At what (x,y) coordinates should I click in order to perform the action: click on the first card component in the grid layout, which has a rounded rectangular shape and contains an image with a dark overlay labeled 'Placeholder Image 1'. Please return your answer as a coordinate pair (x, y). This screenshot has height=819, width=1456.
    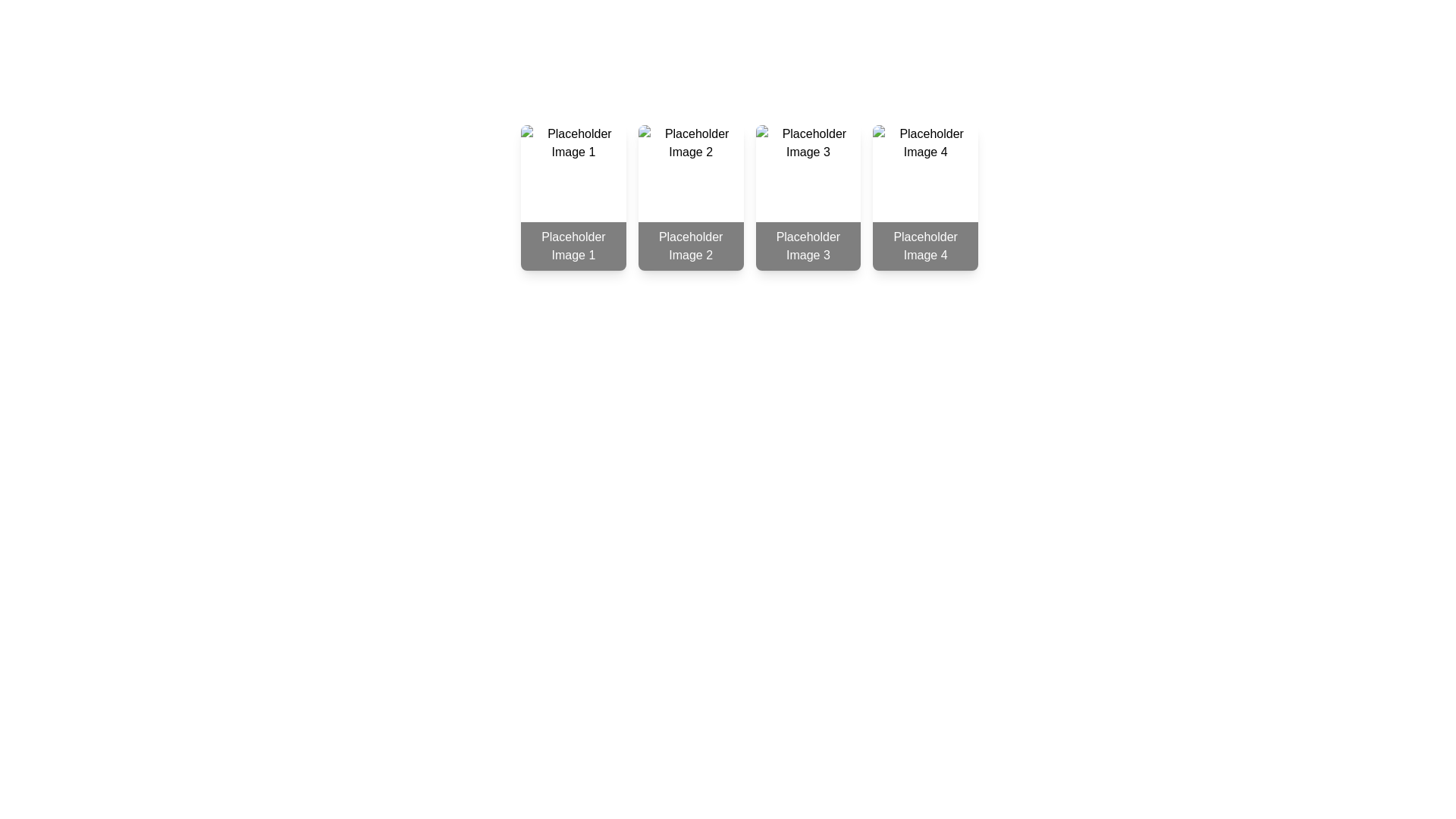
    Looking at the image, I should click on (573, 197).